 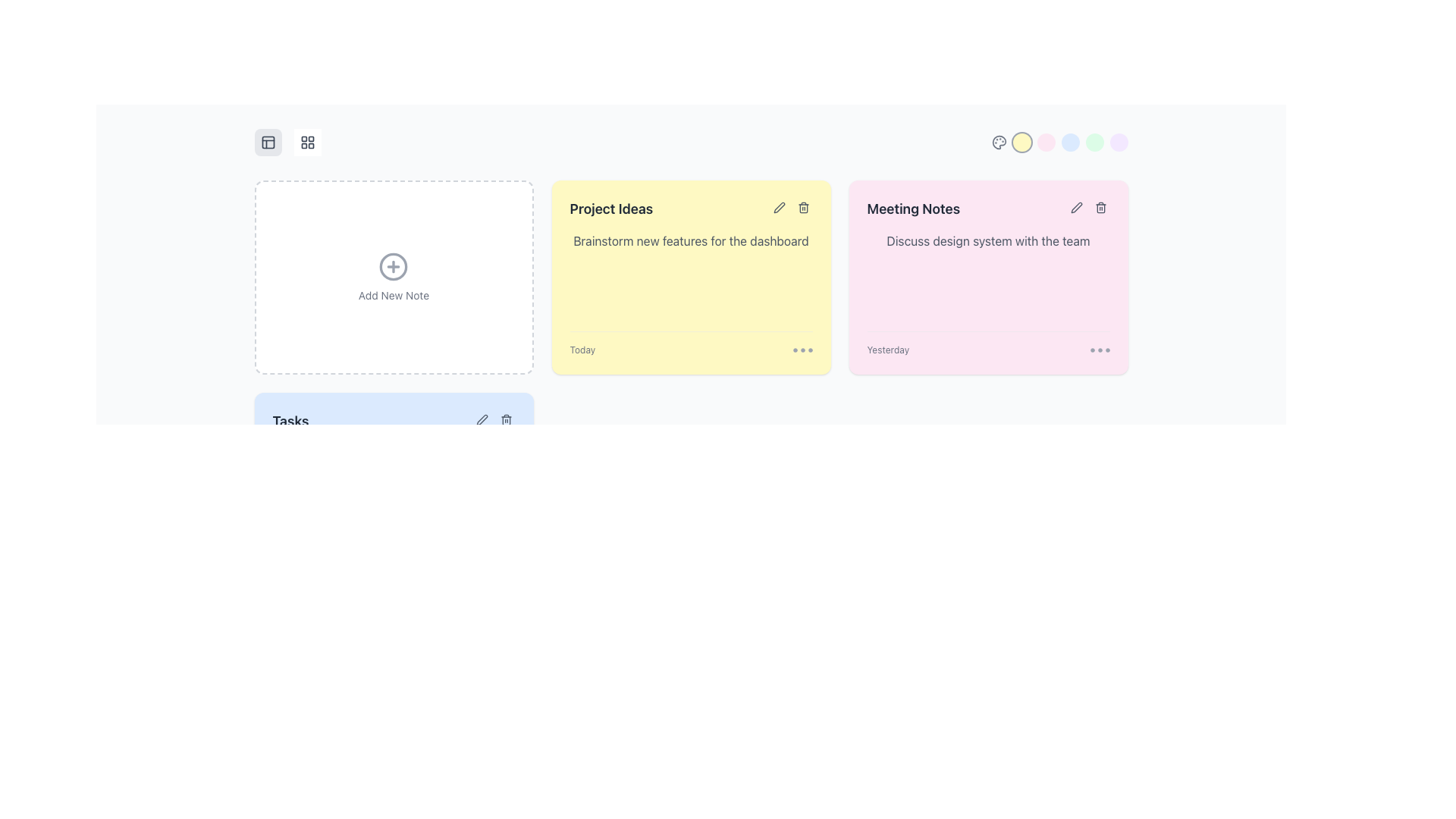 I want to click on timestamp information displayed in the static text label located in the lower left corner of the pink card labeled 'Meeting Notes', so click(x=888, y=350).